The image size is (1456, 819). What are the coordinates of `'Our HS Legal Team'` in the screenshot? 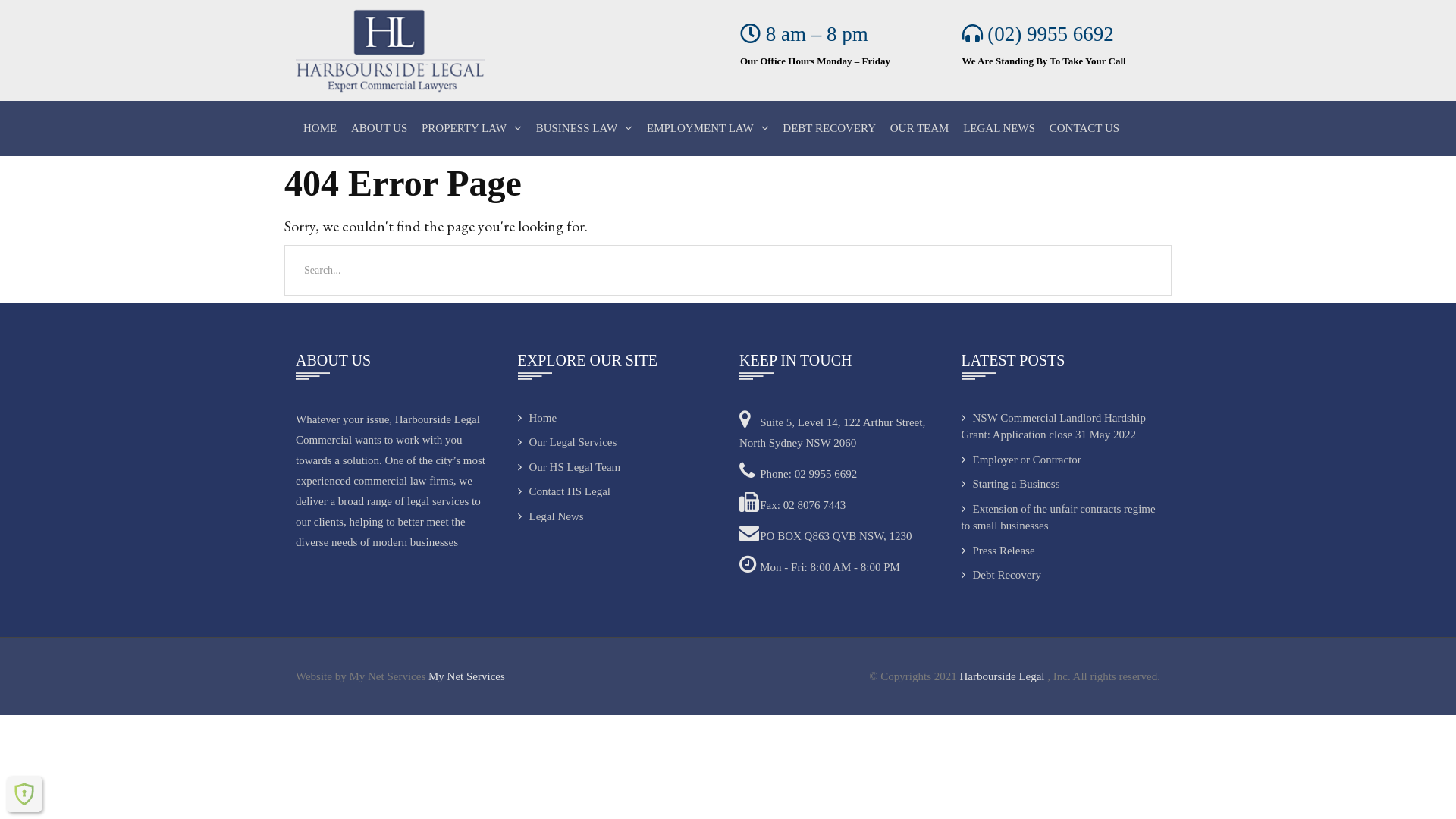 It's located at (567, 466).